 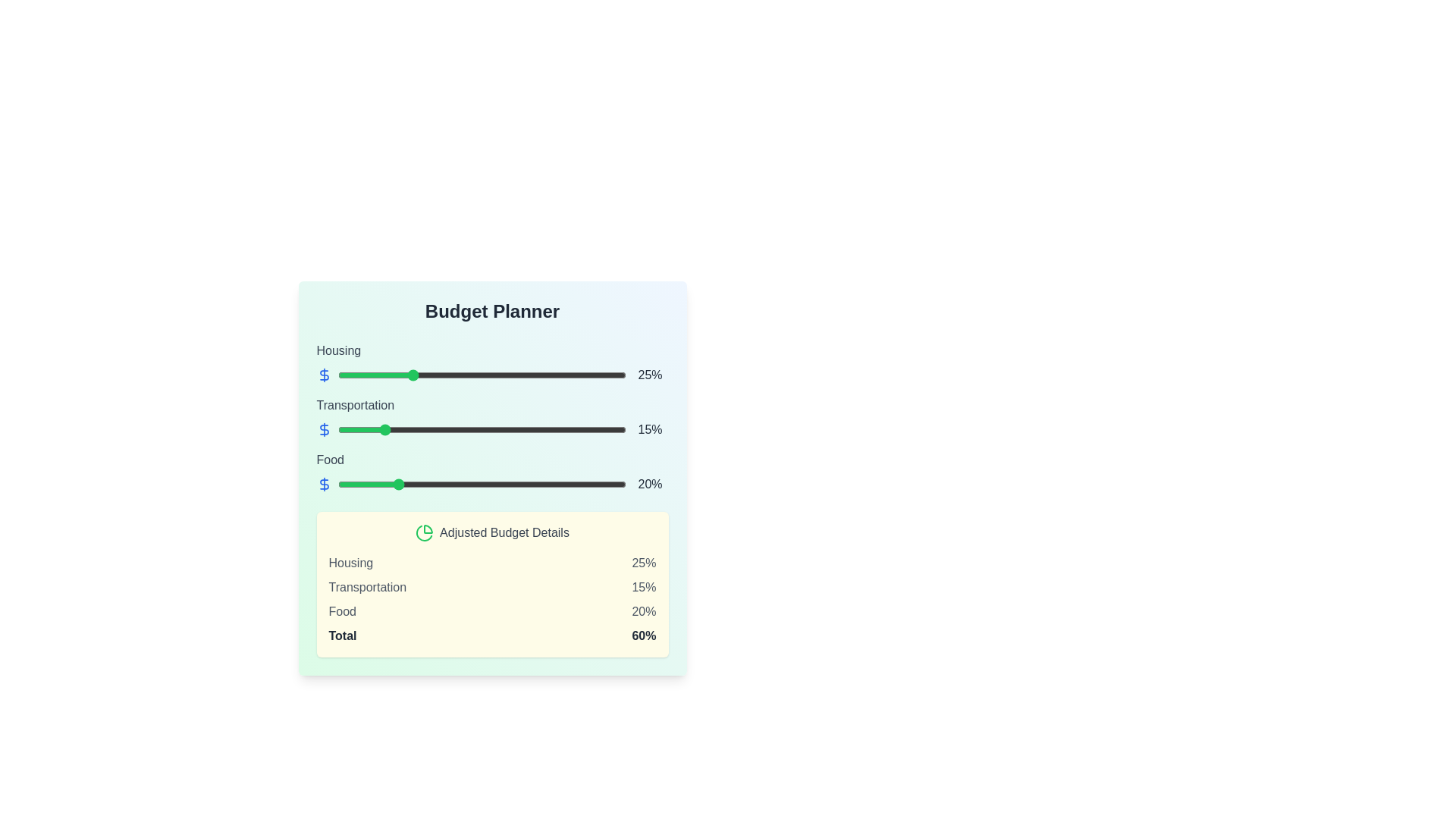 I want to click on transportation budget percentage, so click(x=362, y=430).